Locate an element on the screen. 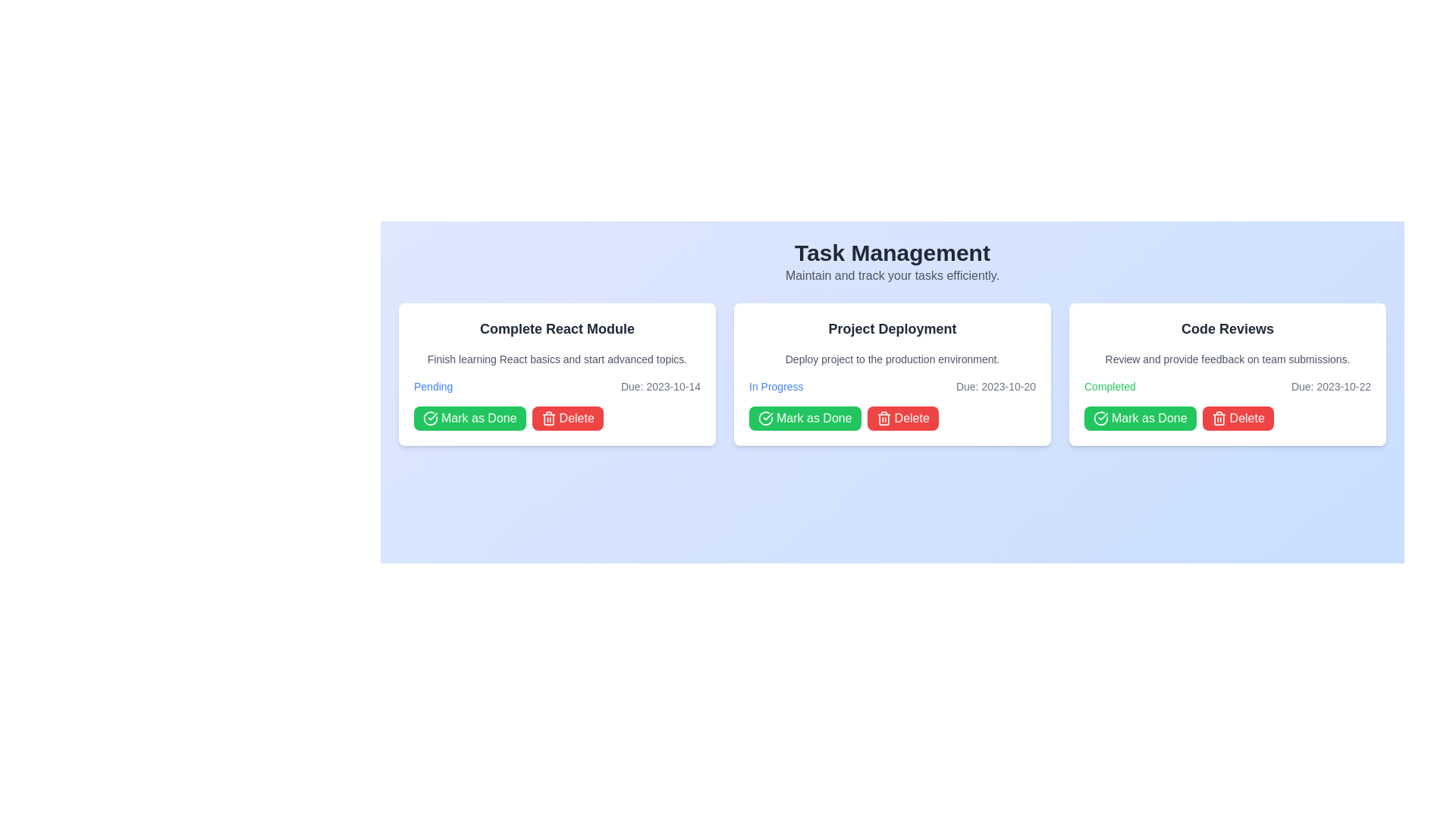 This screenshot has width=1456, height=819. the green circular check icon located at the bottom-left corner of the 'Complete React Module' task card is located at coordinates (429, 418).